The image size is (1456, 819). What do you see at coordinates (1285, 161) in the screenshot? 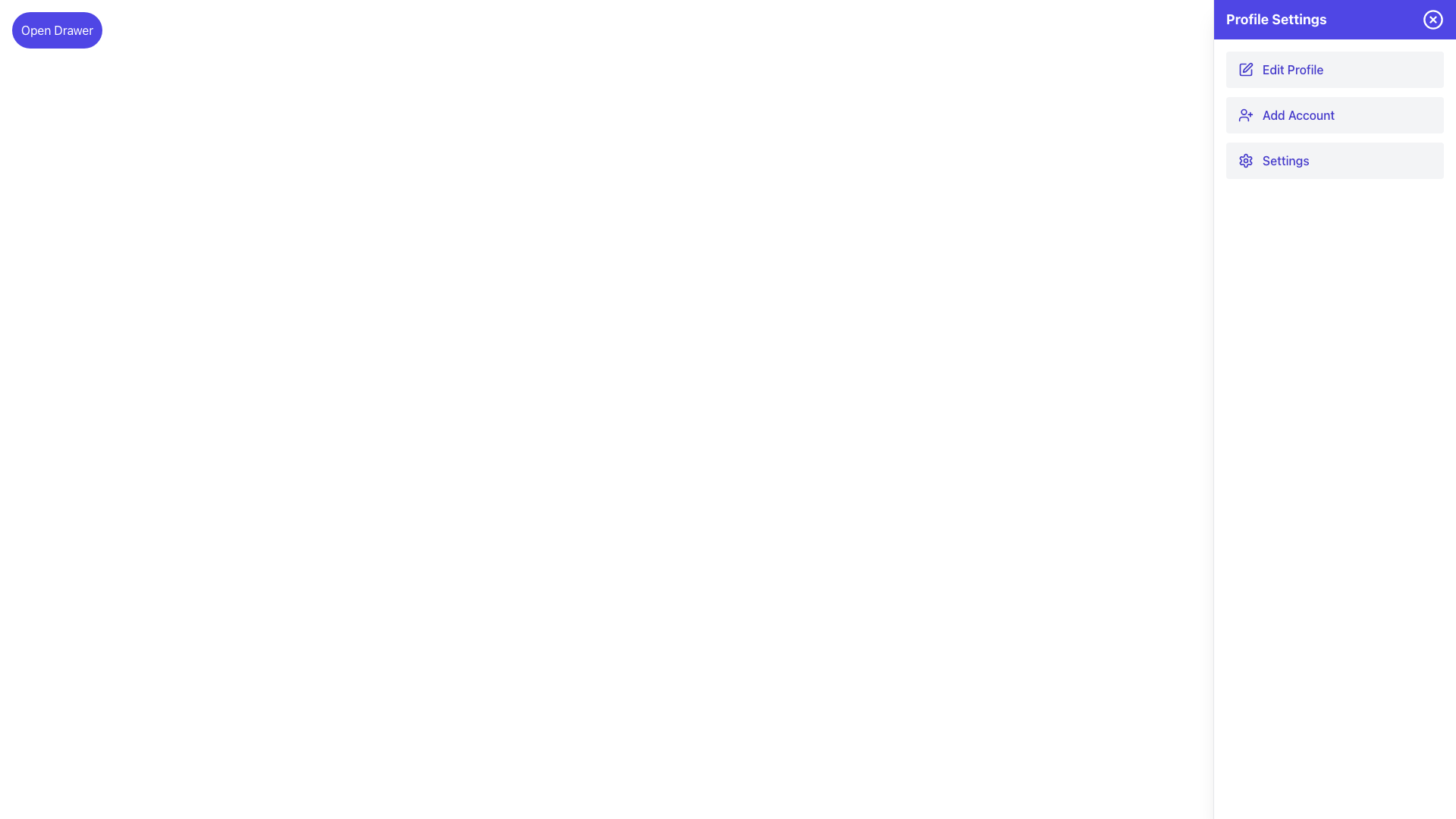
I see `the 'Settings' menu option label, which is the third item in the vertical list within the 'Profile Settings' section, located between 'Add Account' and the bottom of the settings section` at bounding box center [1285, 161].